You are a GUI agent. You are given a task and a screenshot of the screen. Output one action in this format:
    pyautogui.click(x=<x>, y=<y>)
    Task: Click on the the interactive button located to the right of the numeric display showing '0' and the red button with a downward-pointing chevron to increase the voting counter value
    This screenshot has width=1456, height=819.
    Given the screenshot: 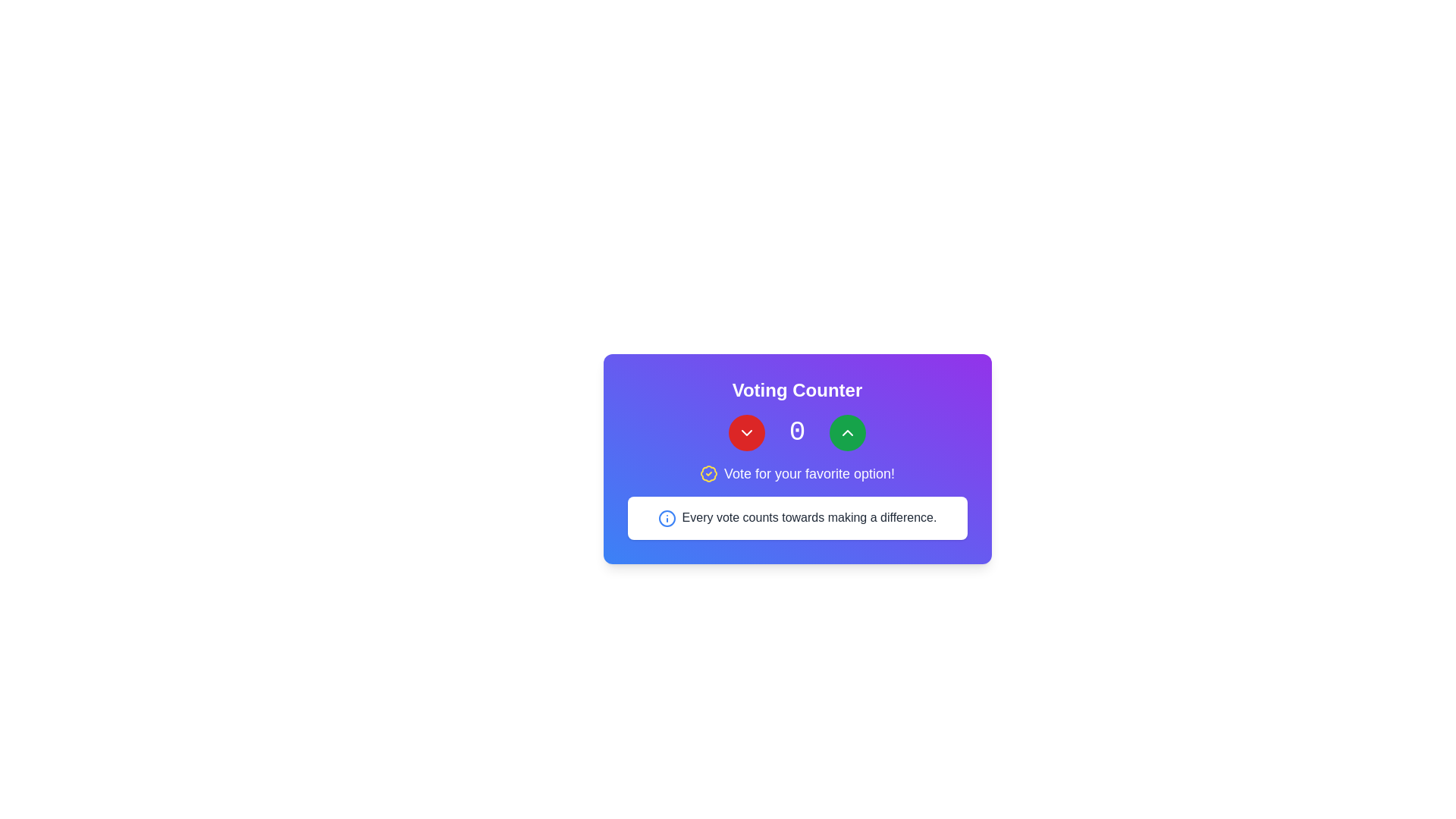 What is the action you would take?
    pyautogui.click(x=847, y=432)
    